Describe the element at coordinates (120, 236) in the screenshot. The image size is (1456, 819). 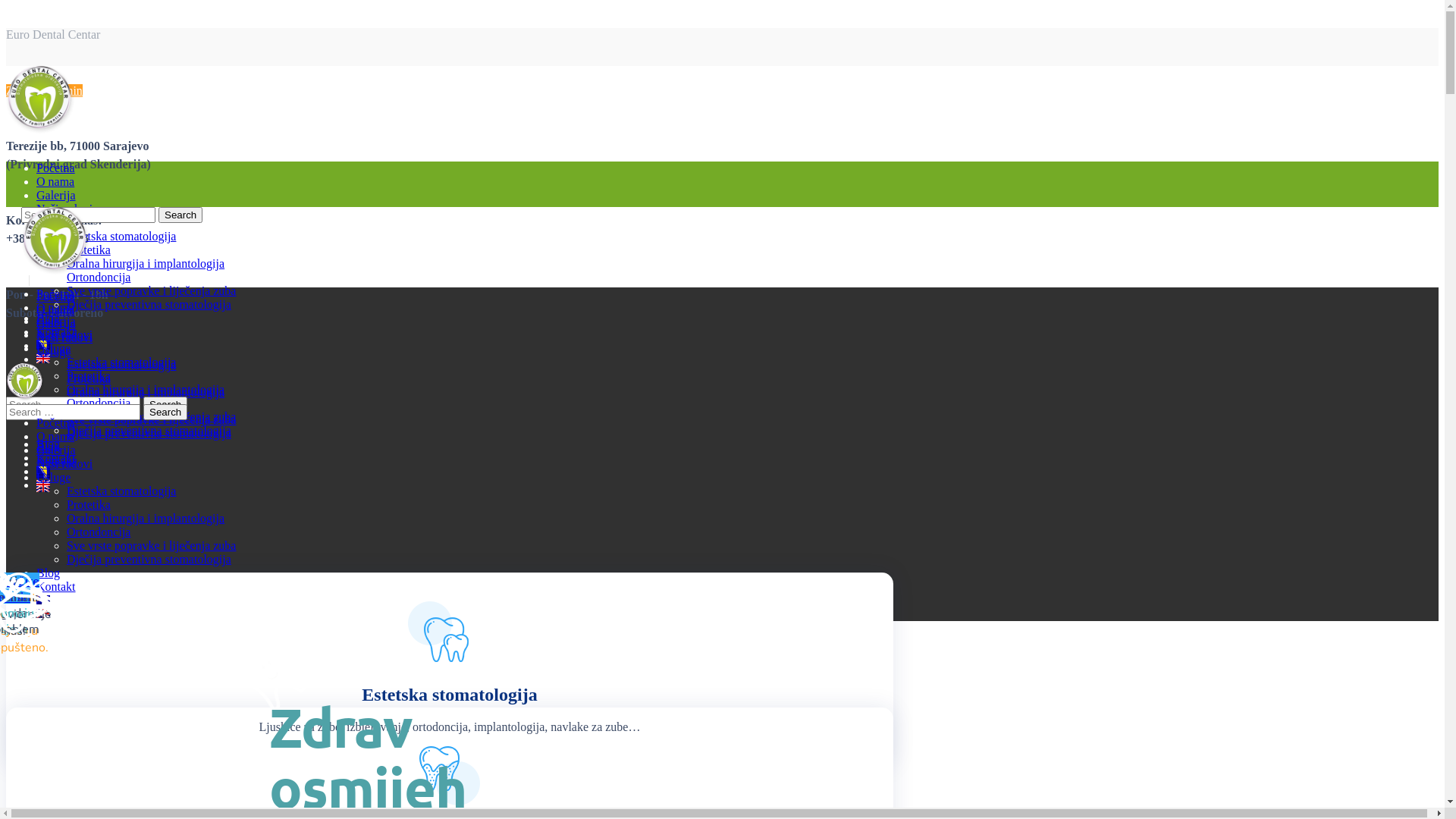
I see `'Estetska stomatologija'` at that location.